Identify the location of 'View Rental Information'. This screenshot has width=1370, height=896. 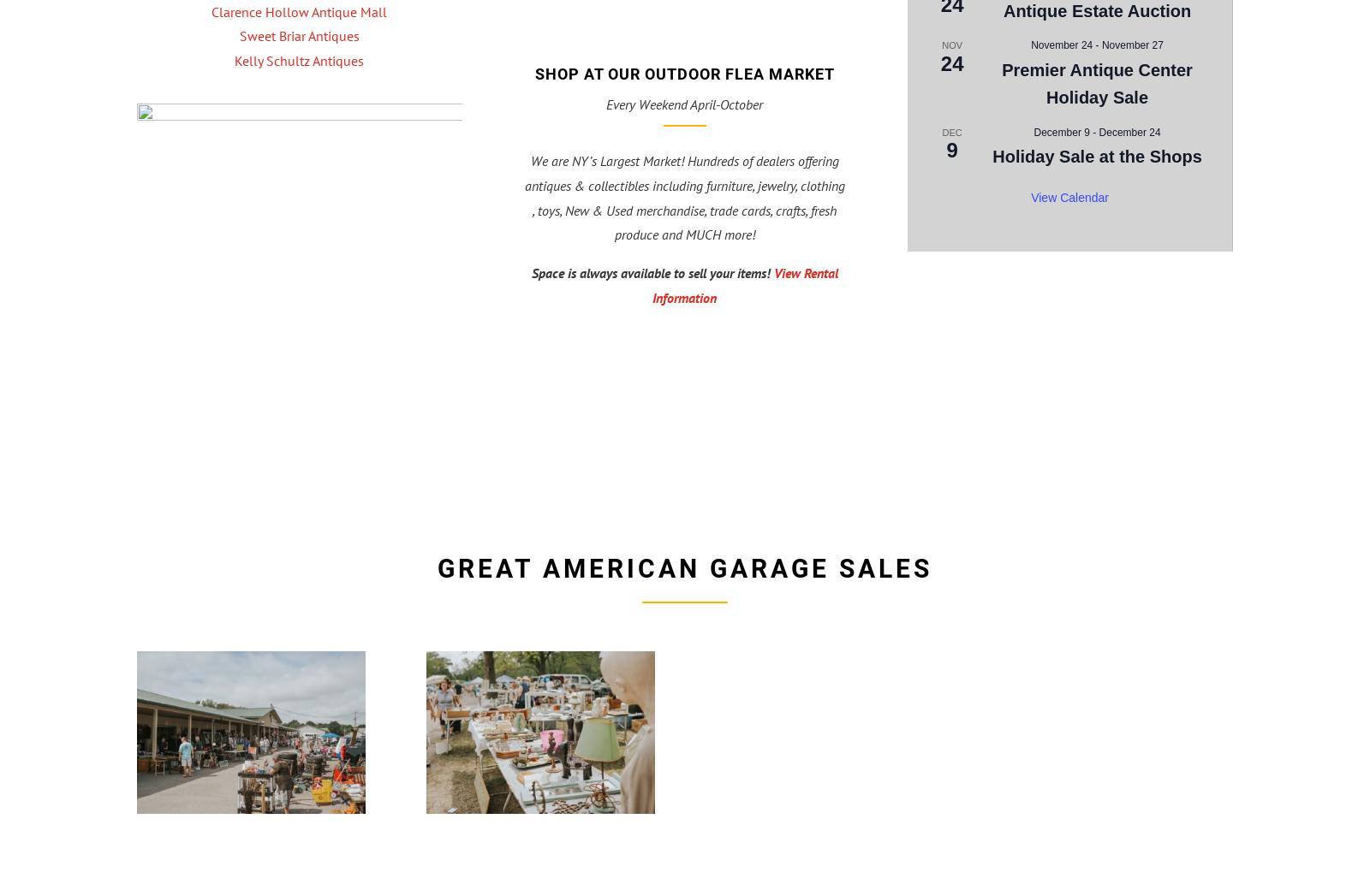
(652, 284).